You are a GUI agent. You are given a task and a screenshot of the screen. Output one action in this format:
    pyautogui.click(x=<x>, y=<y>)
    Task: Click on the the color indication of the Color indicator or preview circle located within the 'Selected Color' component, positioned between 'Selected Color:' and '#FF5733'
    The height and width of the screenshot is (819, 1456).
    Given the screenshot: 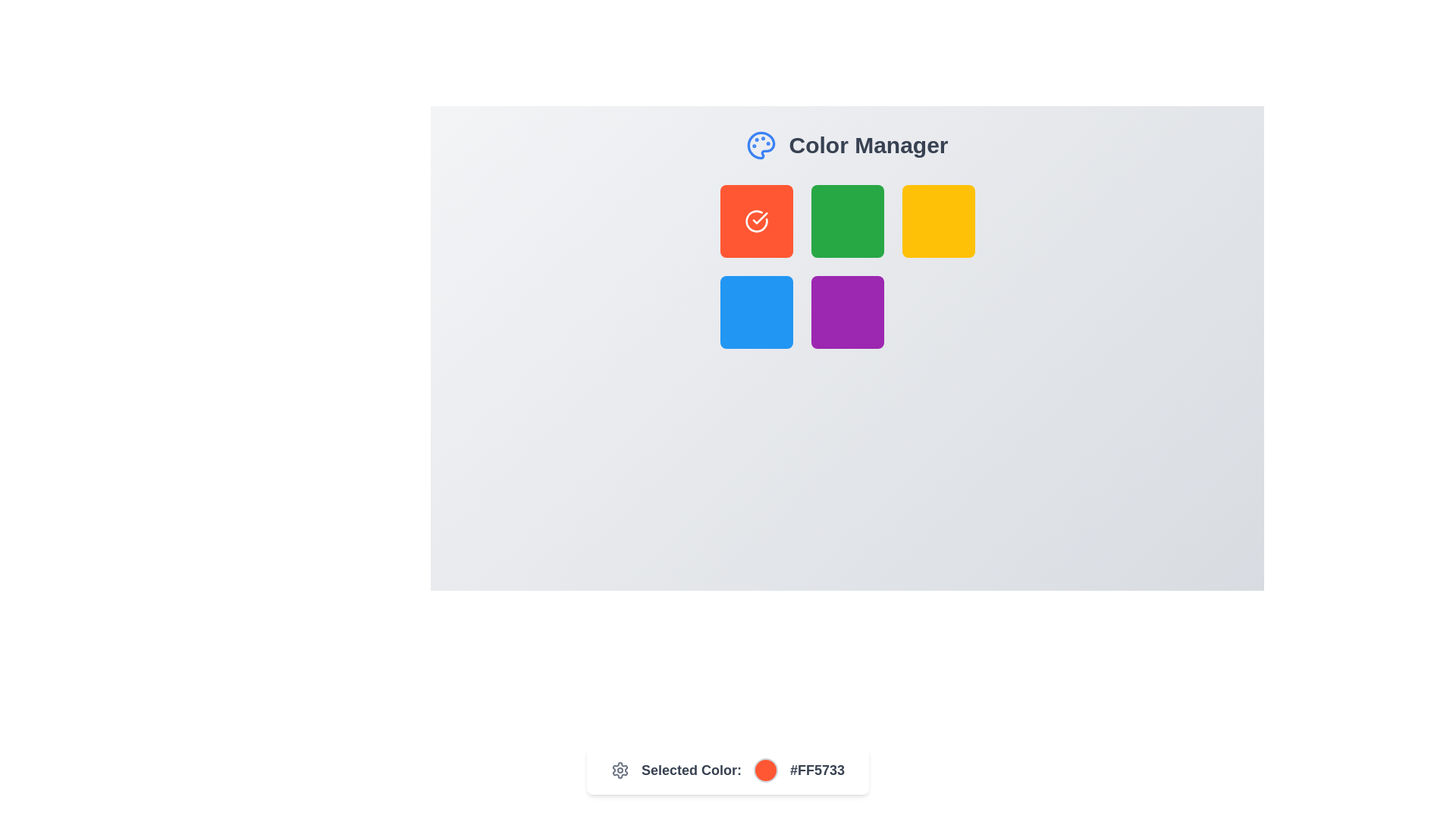 What is the action you would take?
    pyautogui.click(x=765, y=770)
    